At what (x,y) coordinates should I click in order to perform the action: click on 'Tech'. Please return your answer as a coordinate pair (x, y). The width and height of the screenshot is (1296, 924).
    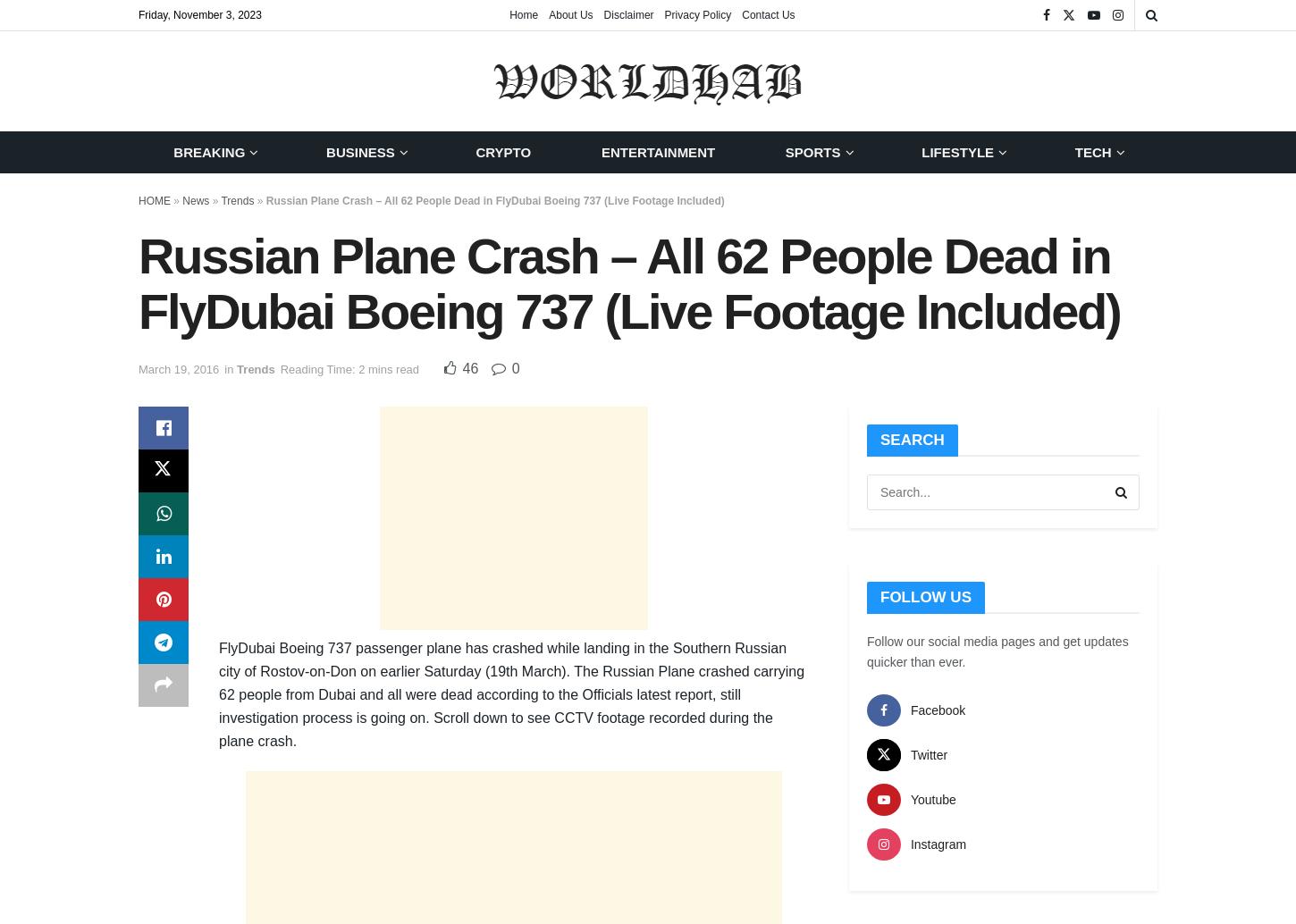
    Looking at the image, I should click on (1092, 152).